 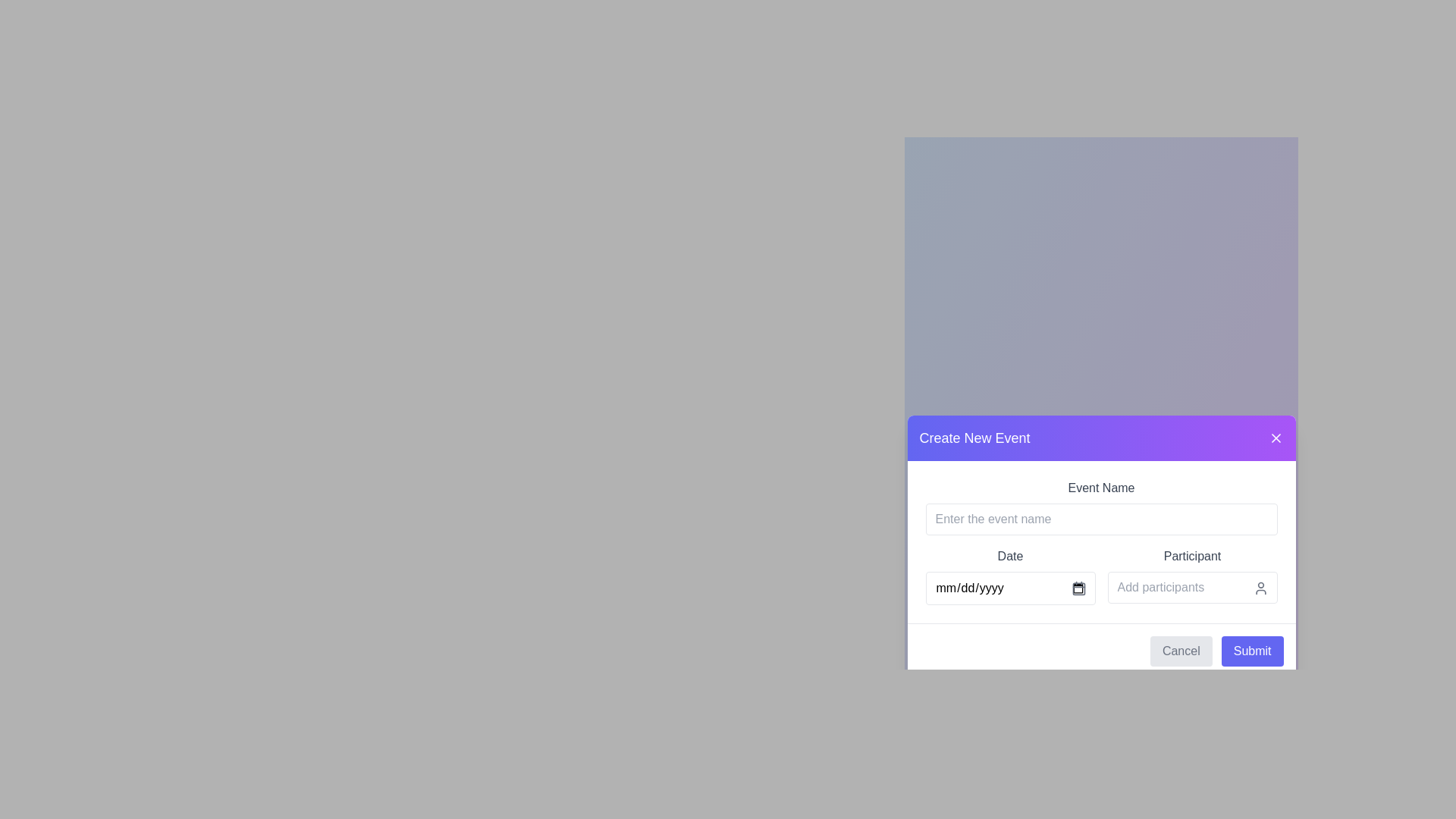 What do you see at coordinates (1078, 588) in the screenshot?
I see `the small rectangular icon with rounded corners located in the 'Create New Event' modal to the right of the placeholder text 'mm/dd/yyyy'` at bounding box center [1078, 588].